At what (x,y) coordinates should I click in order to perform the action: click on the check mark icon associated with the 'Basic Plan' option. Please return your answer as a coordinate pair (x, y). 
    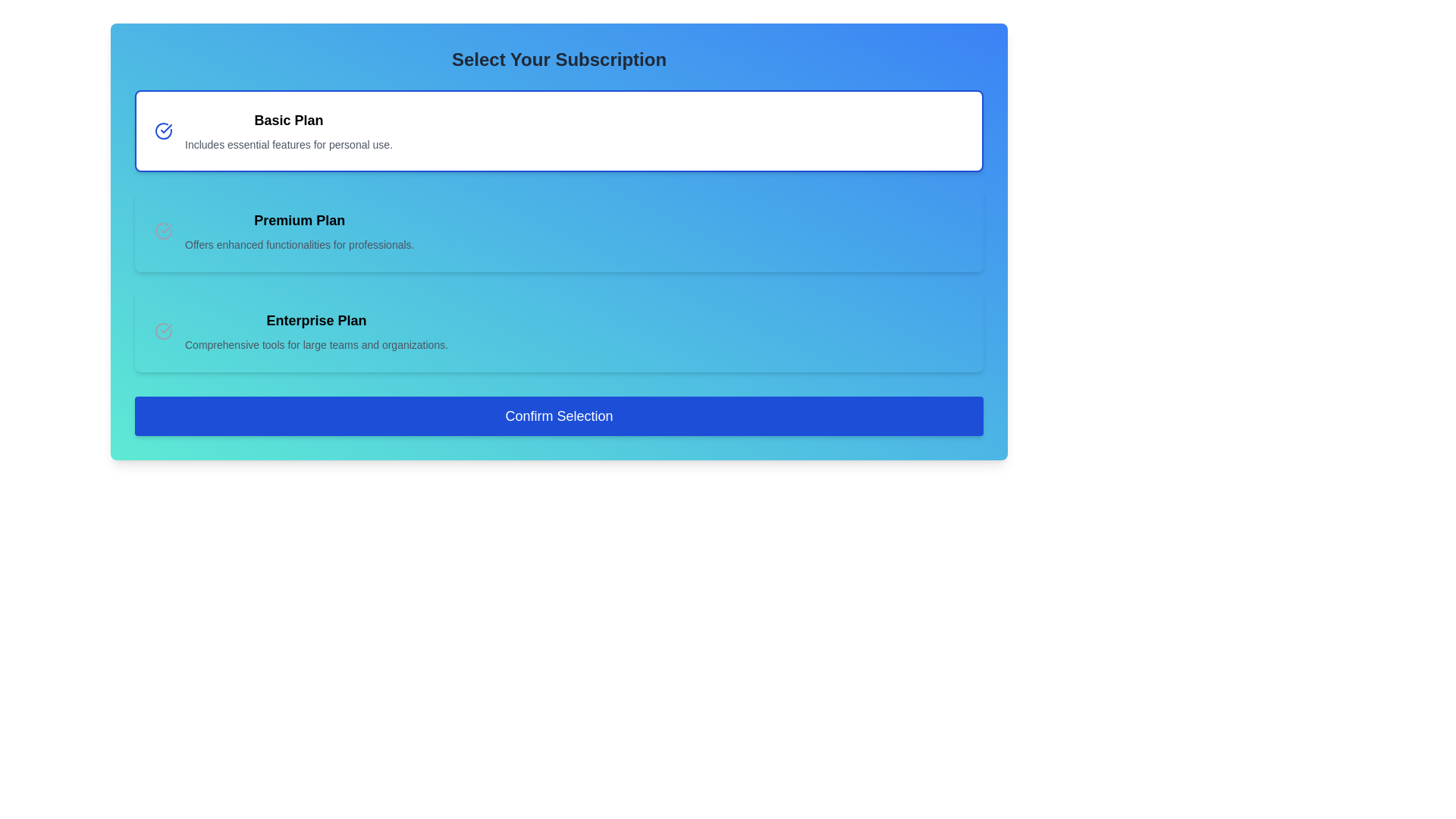
    Looking at the image, I should click on (166, 127).